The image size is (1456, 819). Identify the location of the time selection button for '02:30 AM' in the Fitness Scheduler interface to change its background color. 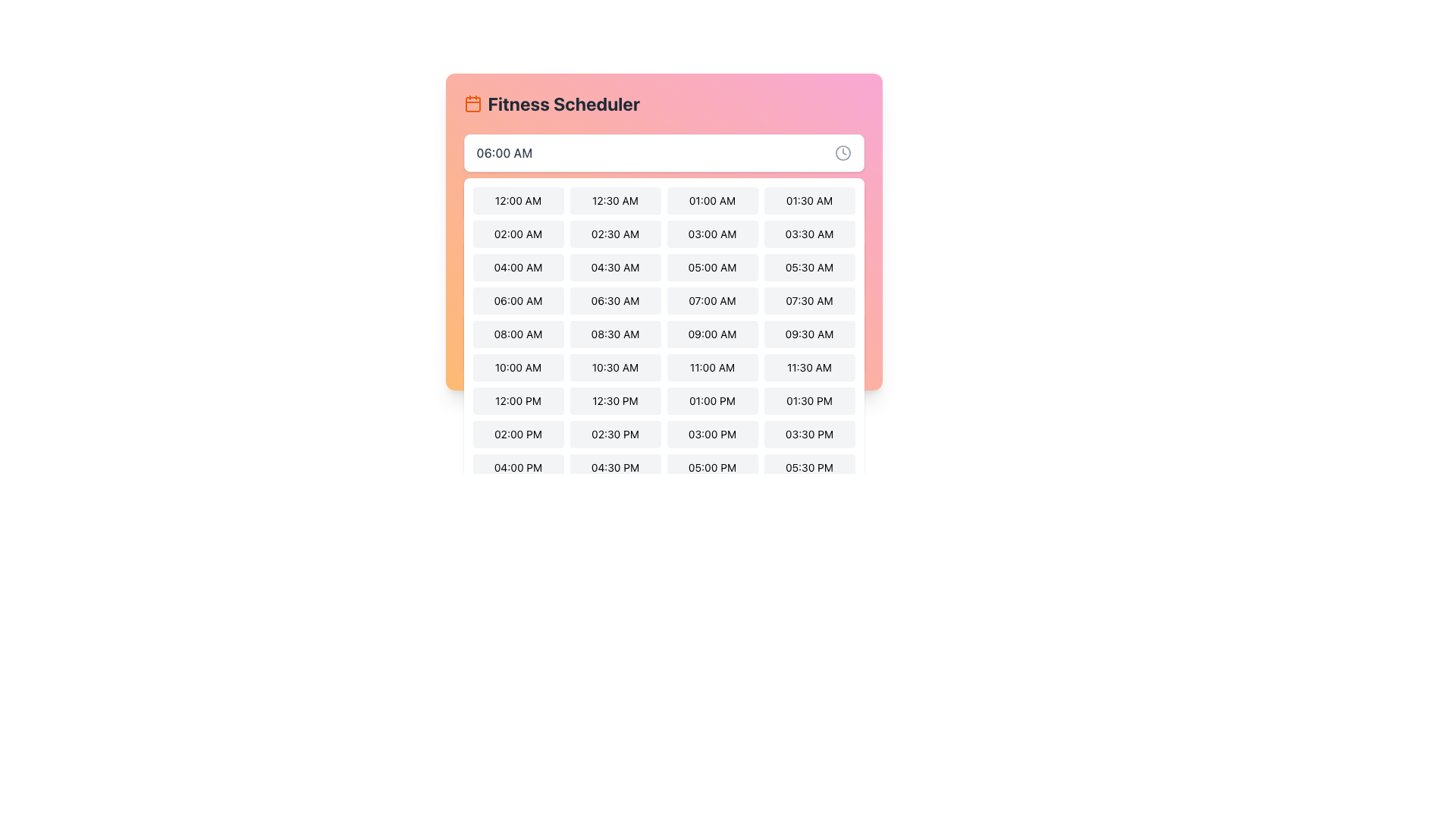
(615, 234).